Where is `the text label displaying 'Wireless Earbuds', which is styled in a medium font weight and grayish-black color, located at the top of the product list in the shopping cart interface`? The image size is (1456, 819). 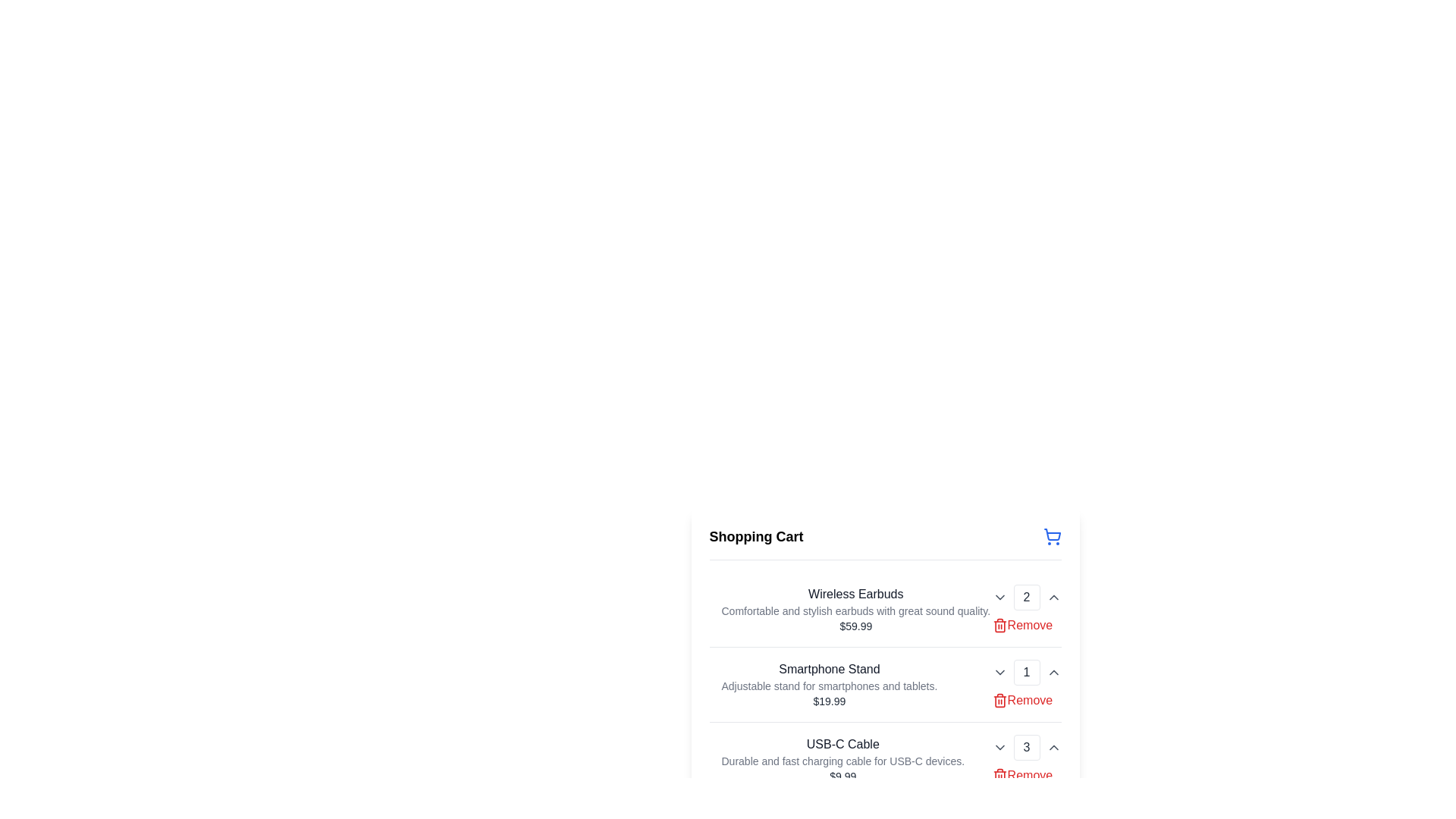 the text label displaying 'Wireless Earbuds', which is styled in a medium font weight and grayish-black color, located at the top of the product list in the shopping cart interface is located at coordinates (855, 593).